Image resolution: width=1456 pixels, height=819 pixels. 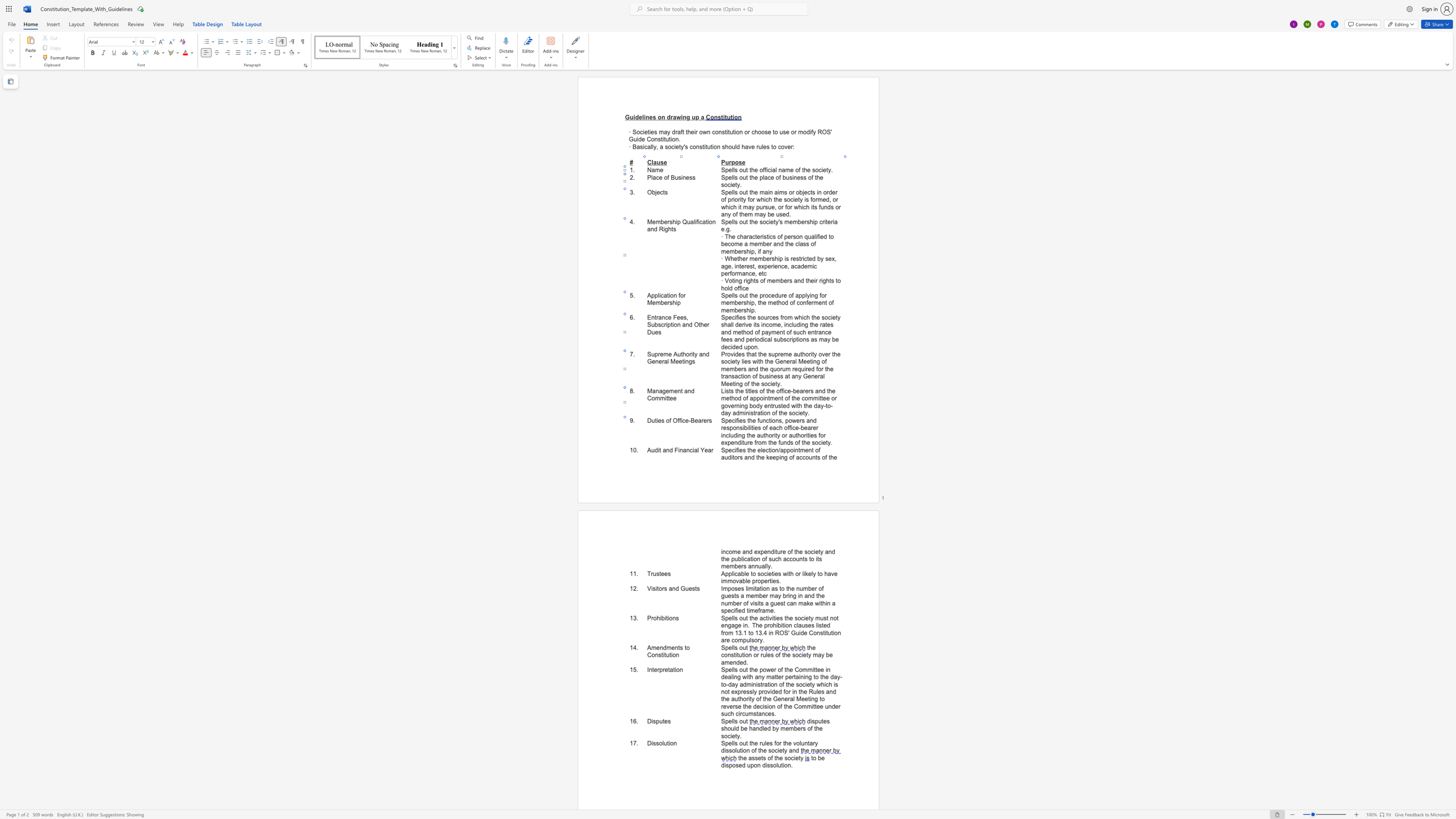 I want to click on the 1th character "b" in the text, so click(x=735, y=369).